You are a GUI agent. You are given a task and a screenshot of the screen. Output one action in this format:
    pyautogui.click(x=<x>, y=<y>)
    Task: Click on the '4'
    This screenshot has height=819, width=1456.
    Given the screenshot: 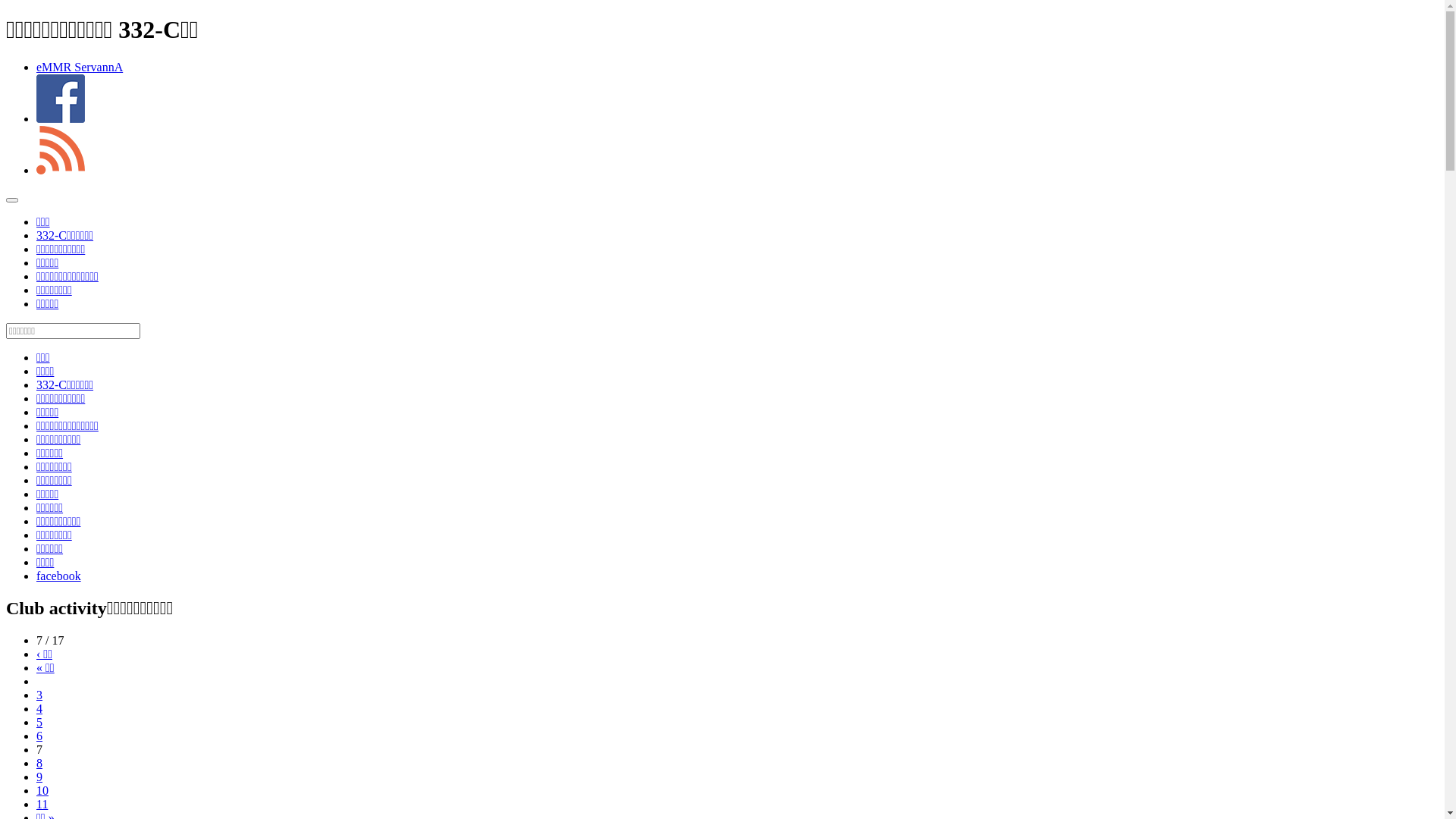 What is the action you would take?
    pyautogui.click(x=39, y=708)
    